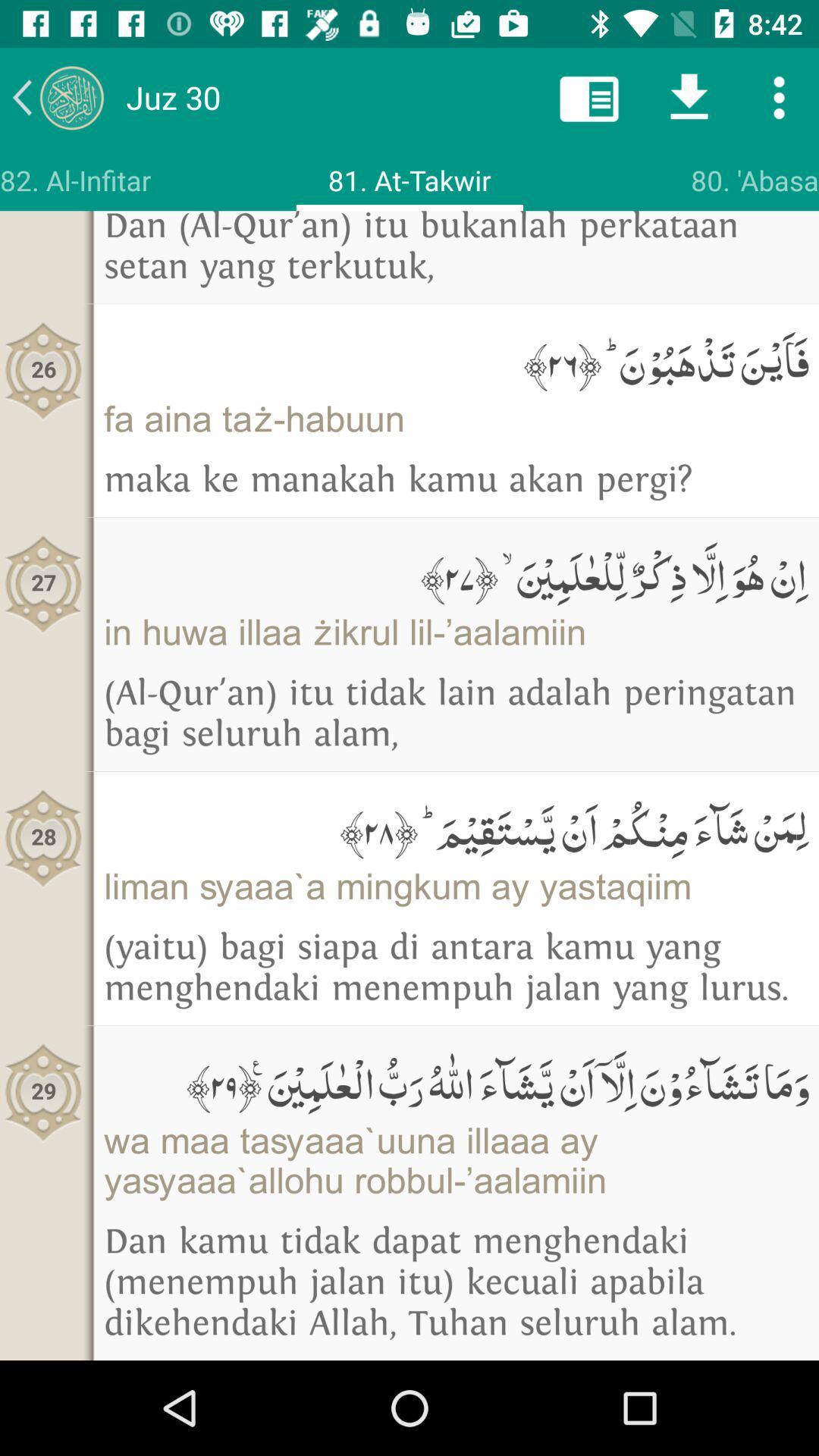  What do you see at coordinates (75, 180) in the screenshot?
I see `the 82. al-infitar app` at bounding box center [75, 180].